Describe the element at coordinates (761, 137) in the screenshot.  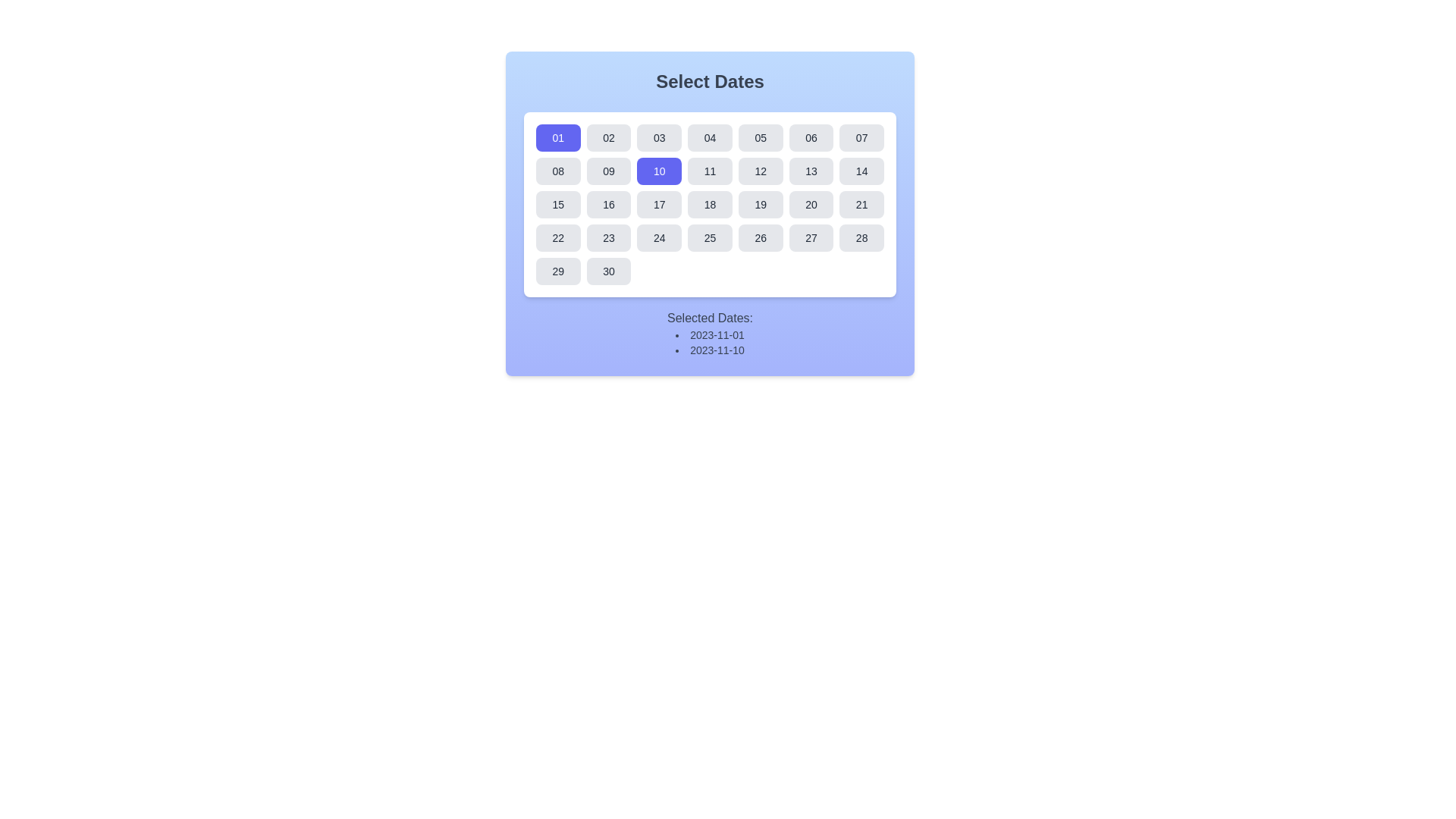
I see `the button representing the fifth day of the month in the calendar grid` at that location.